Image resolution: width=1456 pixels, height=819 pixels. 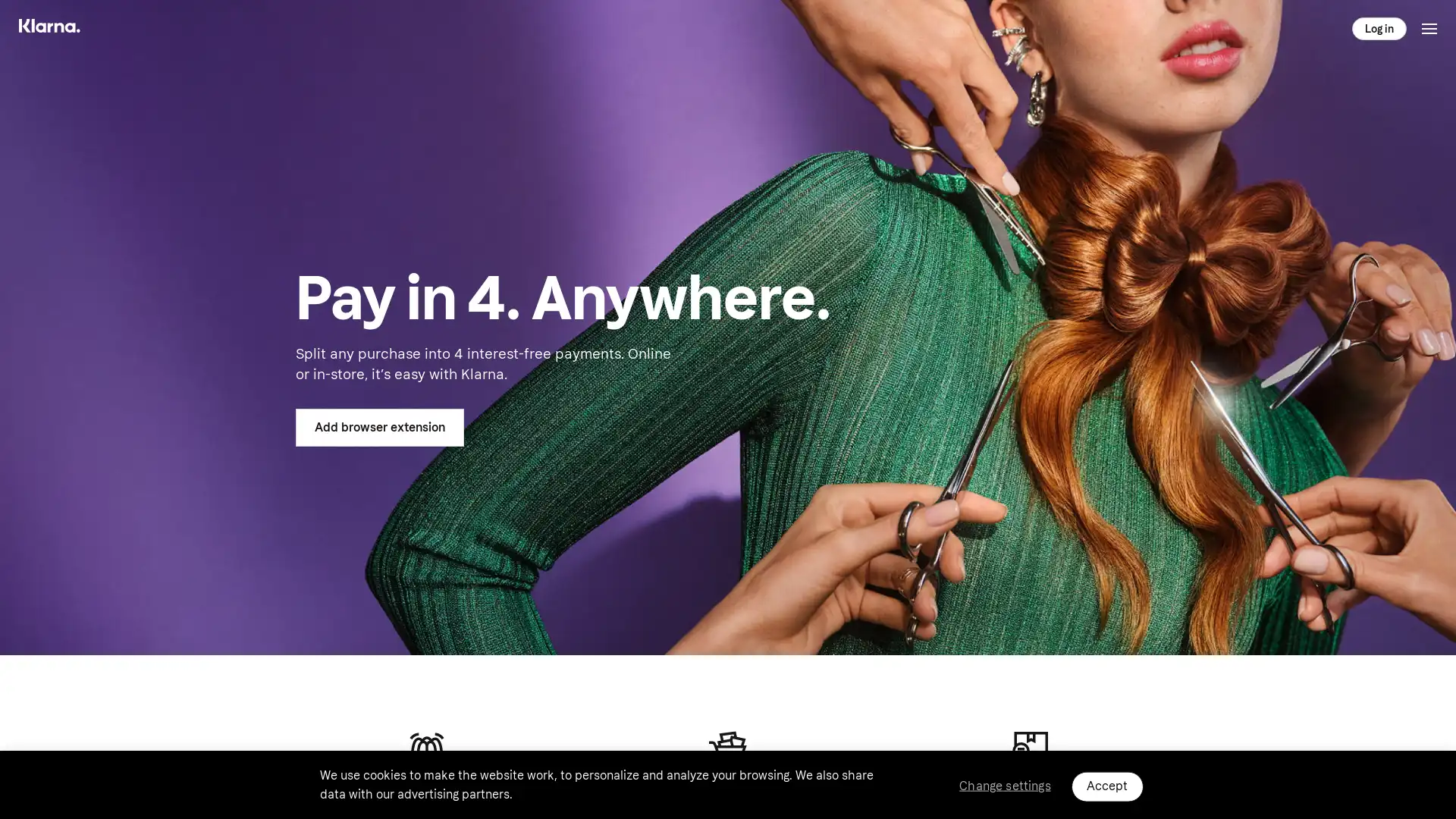 I want to click on Main menu, so click(x=61, y=28).